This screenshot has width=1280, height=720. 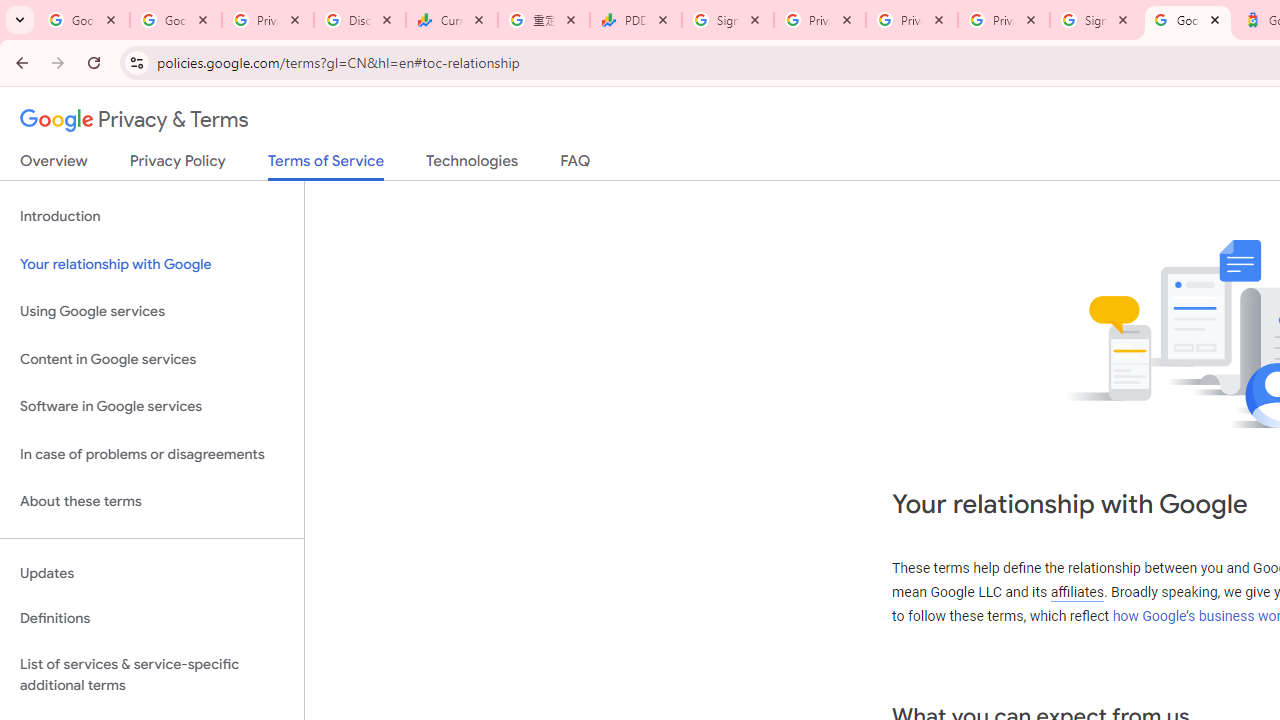 What do you see at coordinates (151, 454) in the screenshot?
I see `'In case of problems or disagreements'` at bounding box center [151, 454].